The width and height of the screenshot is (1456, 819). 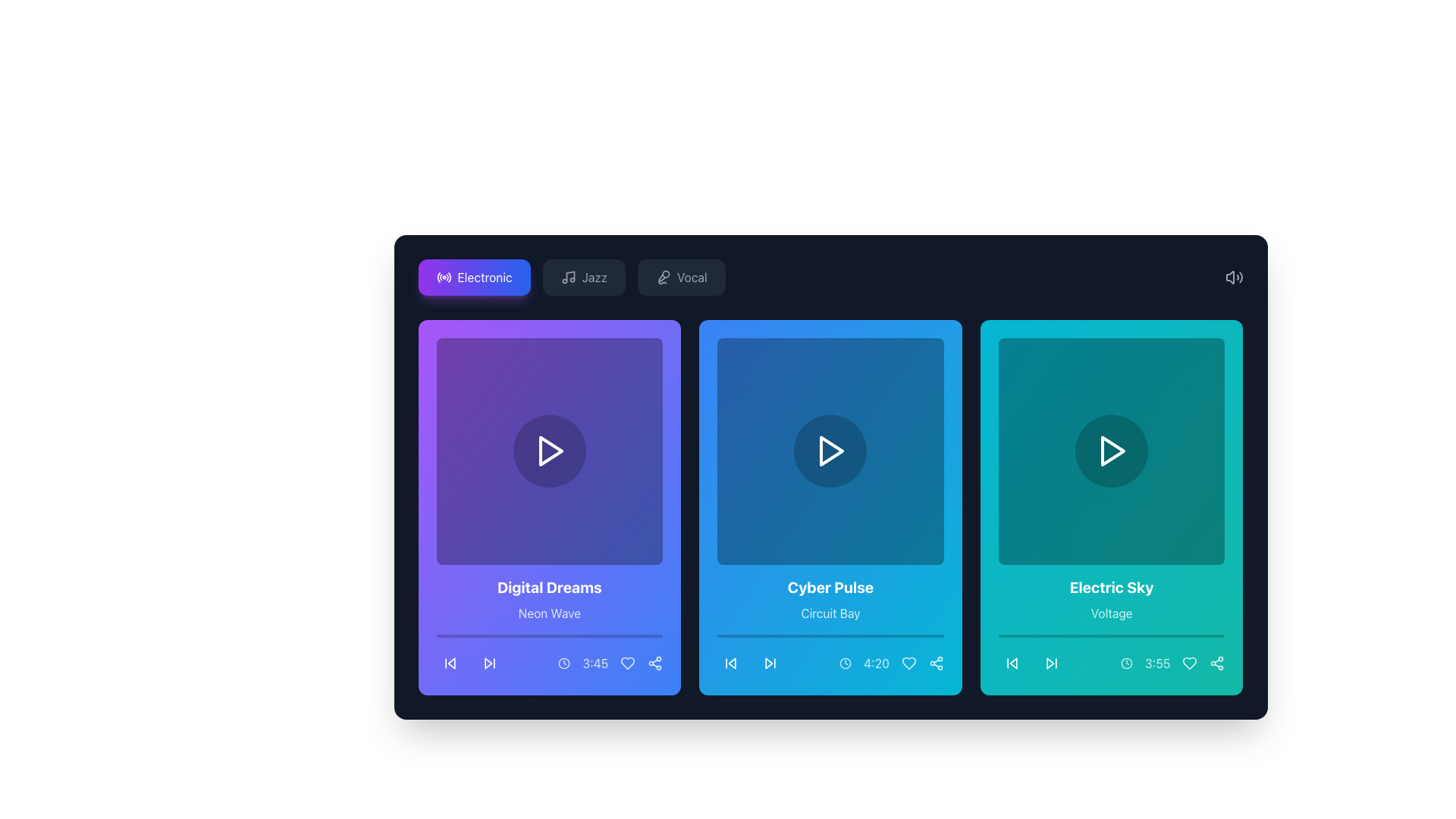 I want to click on the 'Electronic' text label inside the category button, so click(x=484, y=278).